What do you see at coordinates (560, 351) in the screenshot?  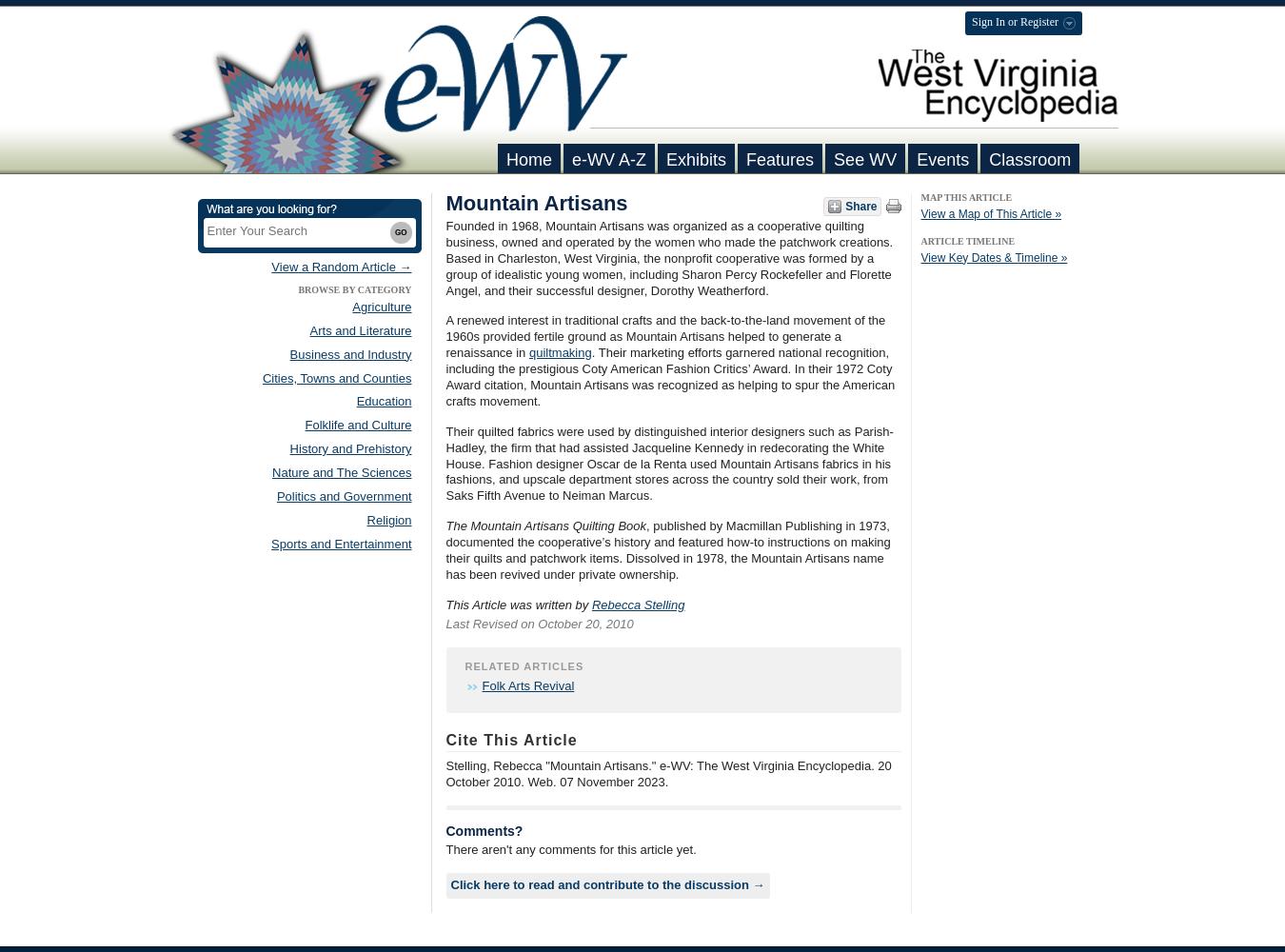 I see `'quiltmaking'` at bounding box center [560, 351].